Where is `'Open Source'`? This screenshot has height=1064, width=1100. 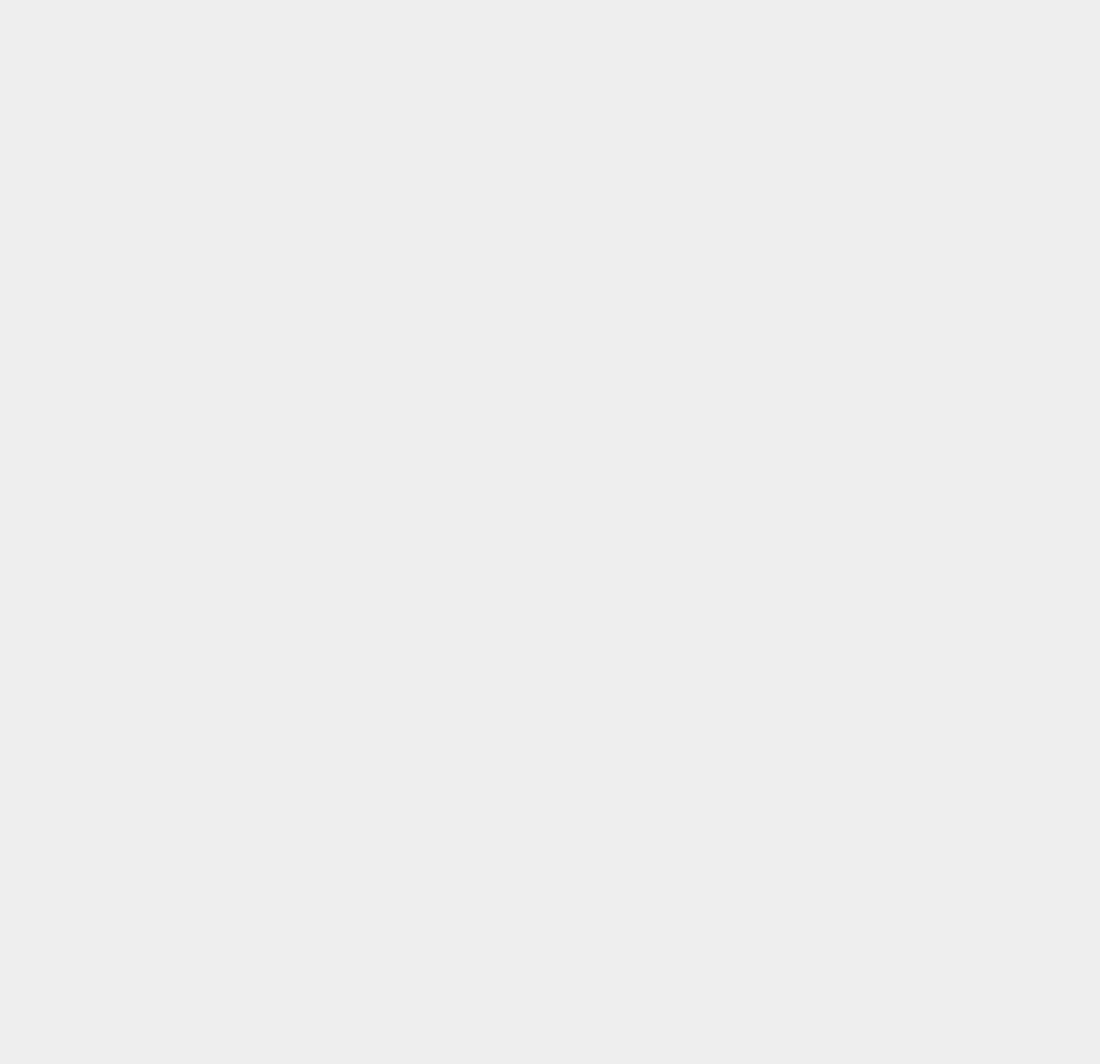 'Open Source' is located at coordinates (817, 940).